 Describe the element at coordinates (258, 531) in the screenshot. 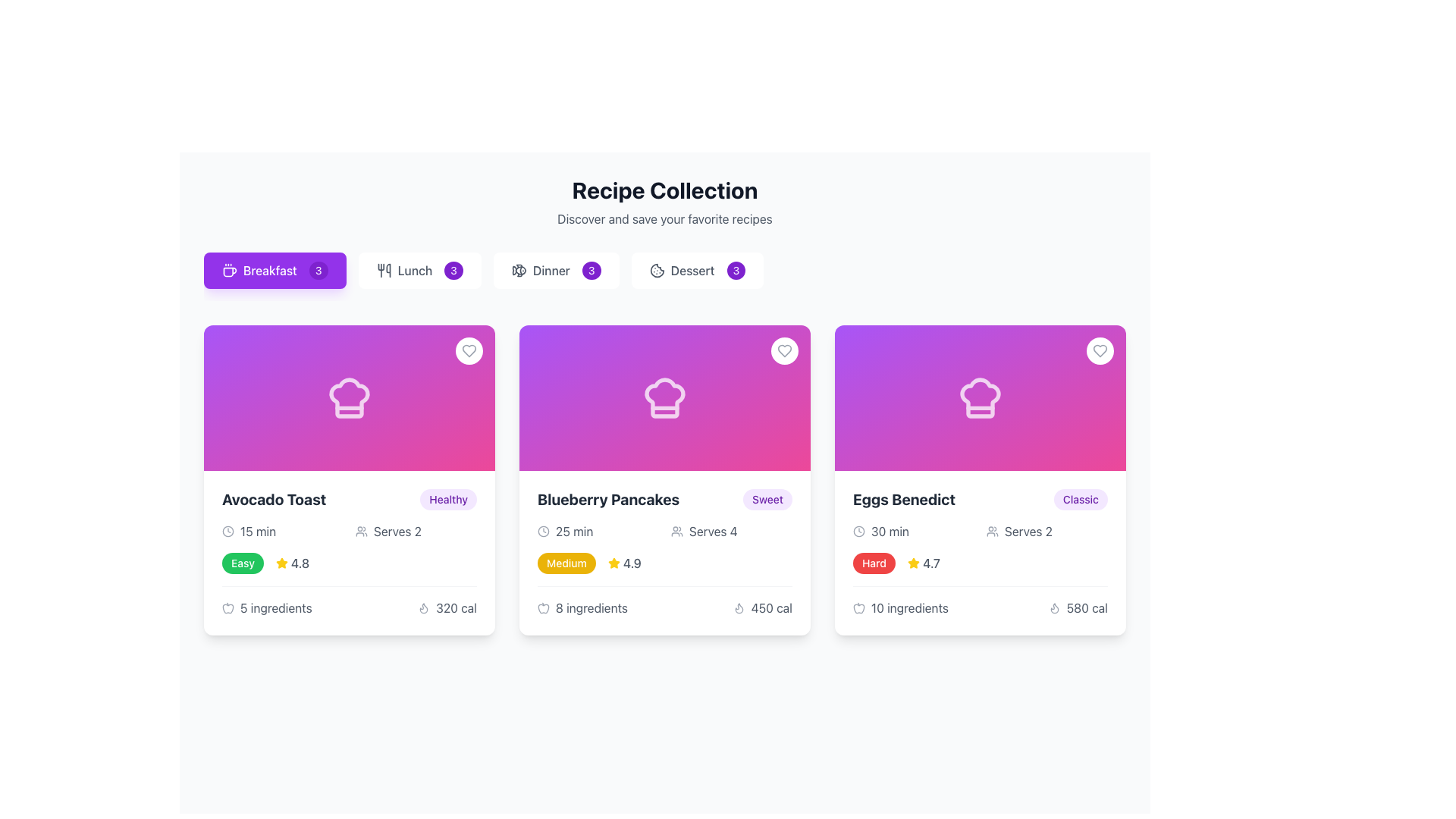

I see `the text label displaying '15 min' in gray font, indicating a time duration for the recipe 'Avocado Toast'` at that location.